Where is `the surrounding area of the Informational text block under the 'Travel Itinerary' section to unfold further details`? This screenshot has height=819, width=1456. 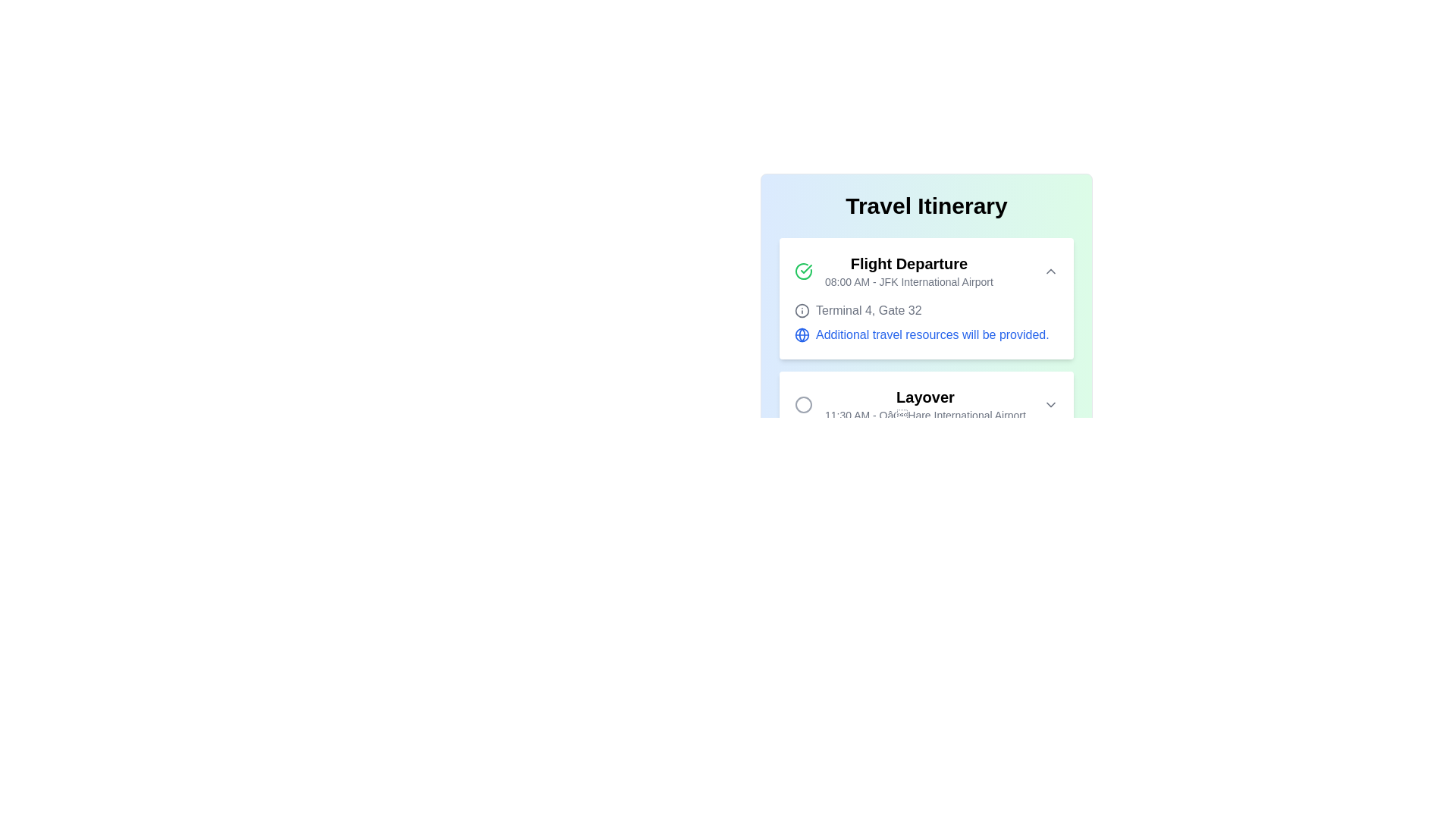 the surrounding area of the Informational text block under the 'Travel Itinerary' section to unfold further details is located at coordinates (910, 403).